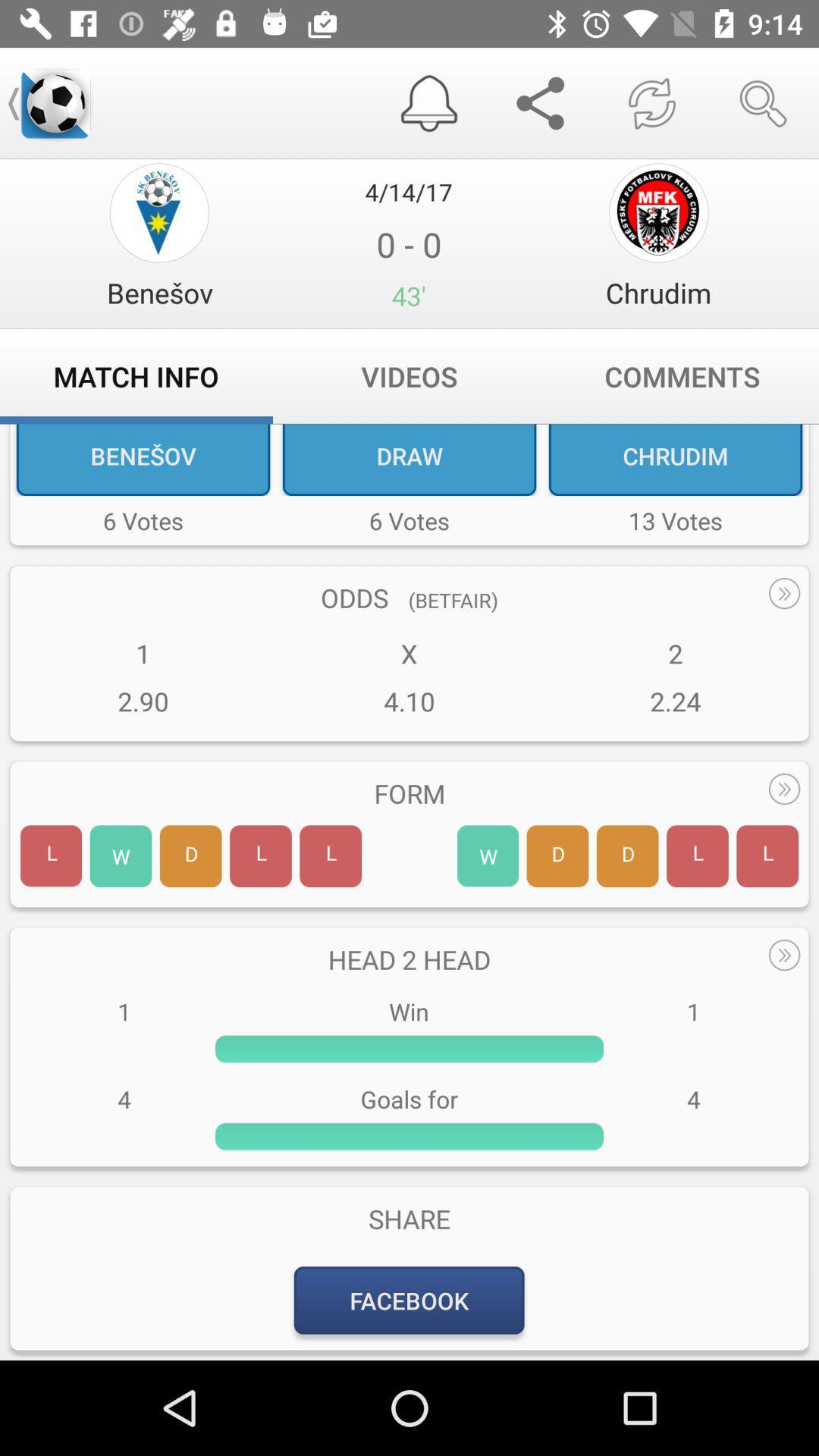 The width and height of the screenshot is (819, 1456). Describe the element at coordinates (657, 212) in the screenshot. I see `chrudim` at that location.